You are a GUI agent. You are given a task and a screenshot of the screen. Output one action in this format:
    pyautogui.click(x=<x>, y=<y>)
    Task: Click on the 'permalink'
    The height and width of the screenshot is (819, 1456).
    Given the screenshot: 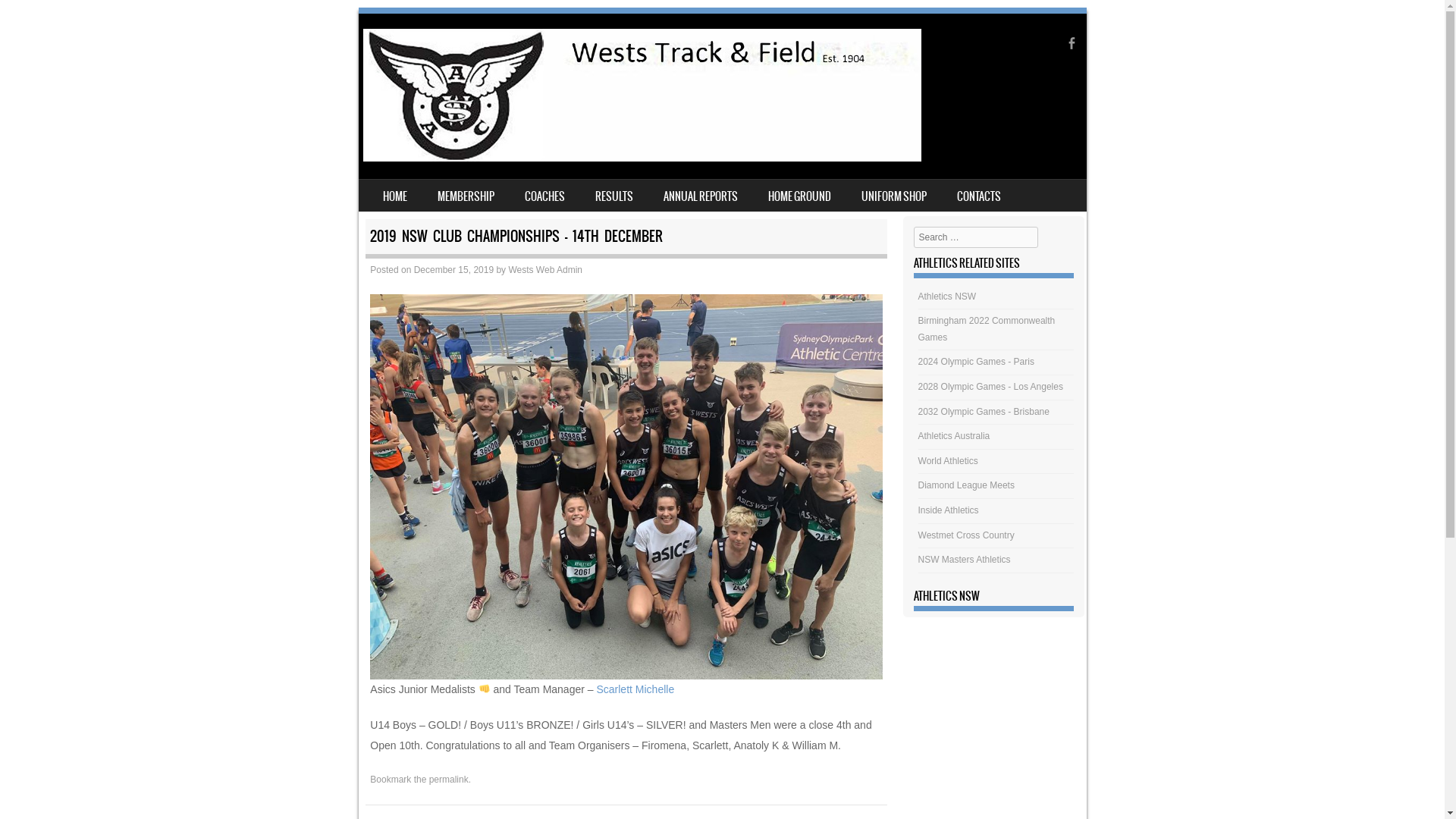 What is the action you would take?
    pyautogui.click(x=447, y=780)
    